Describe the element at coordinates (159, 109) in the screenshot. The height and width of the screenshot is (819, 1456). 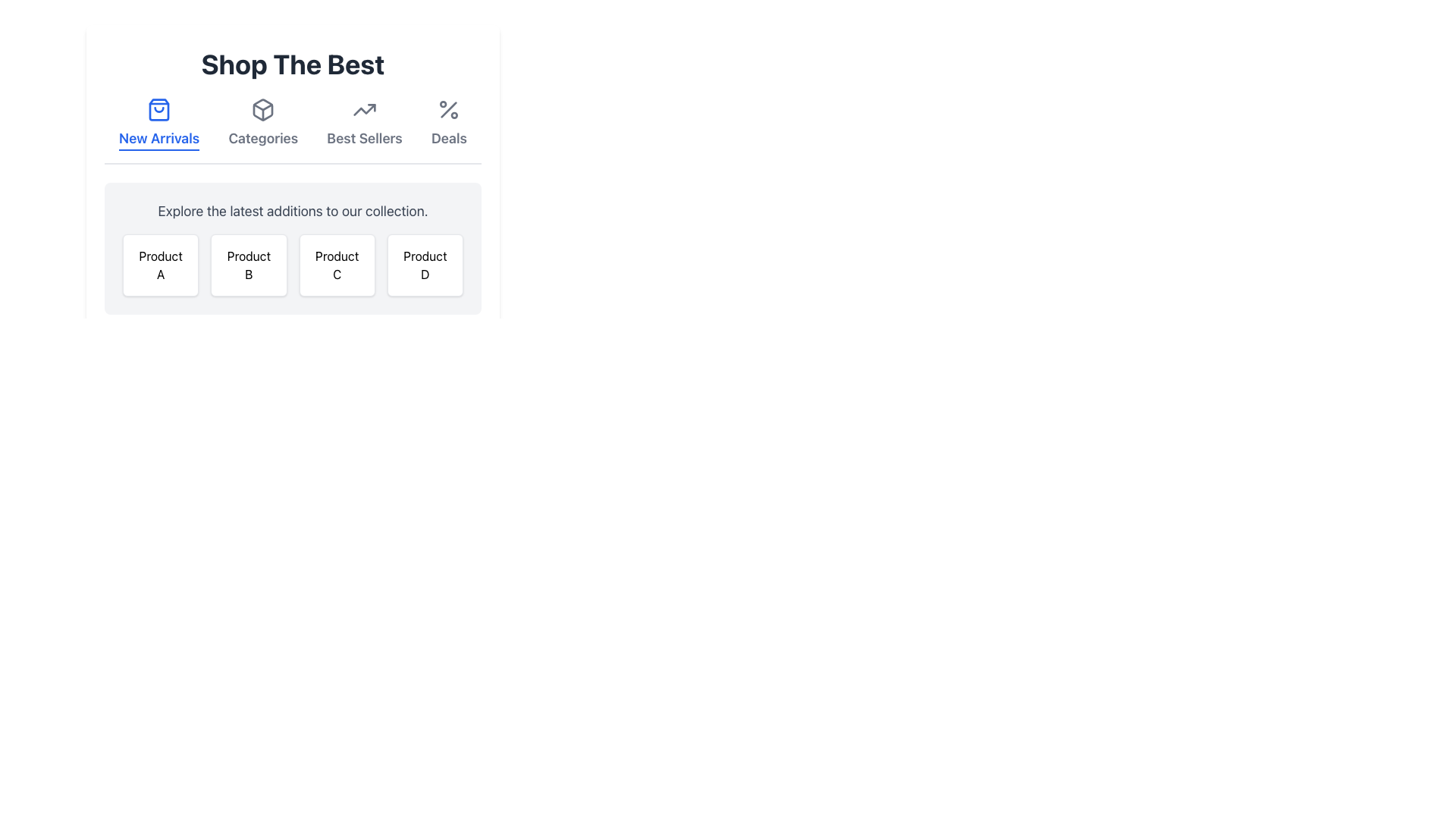
I see `the 'New Arrivals' icon located at the upper-left segment of the interface, positioned above the text 'New Arrivals'` at that location.